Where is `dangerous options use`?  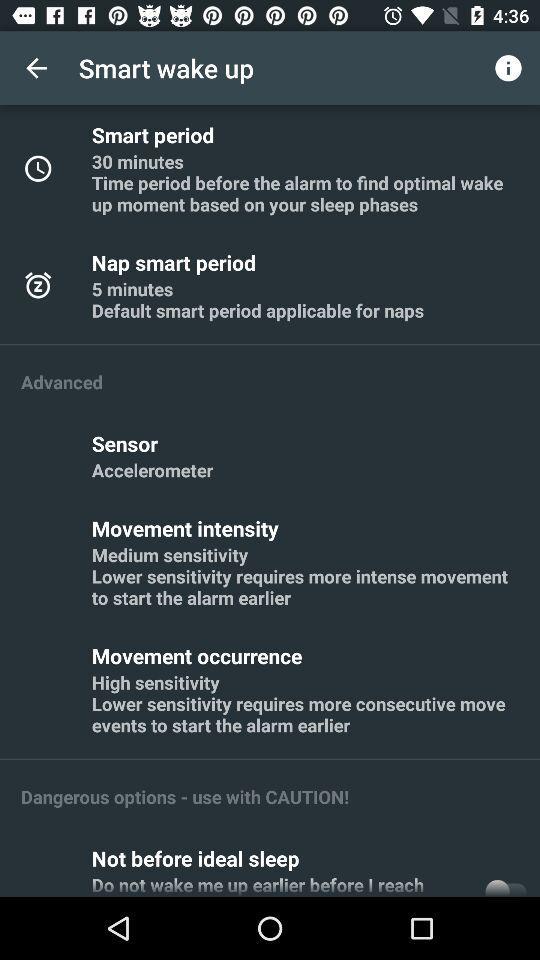
dangerous options use is located at coordinates (185, 796).